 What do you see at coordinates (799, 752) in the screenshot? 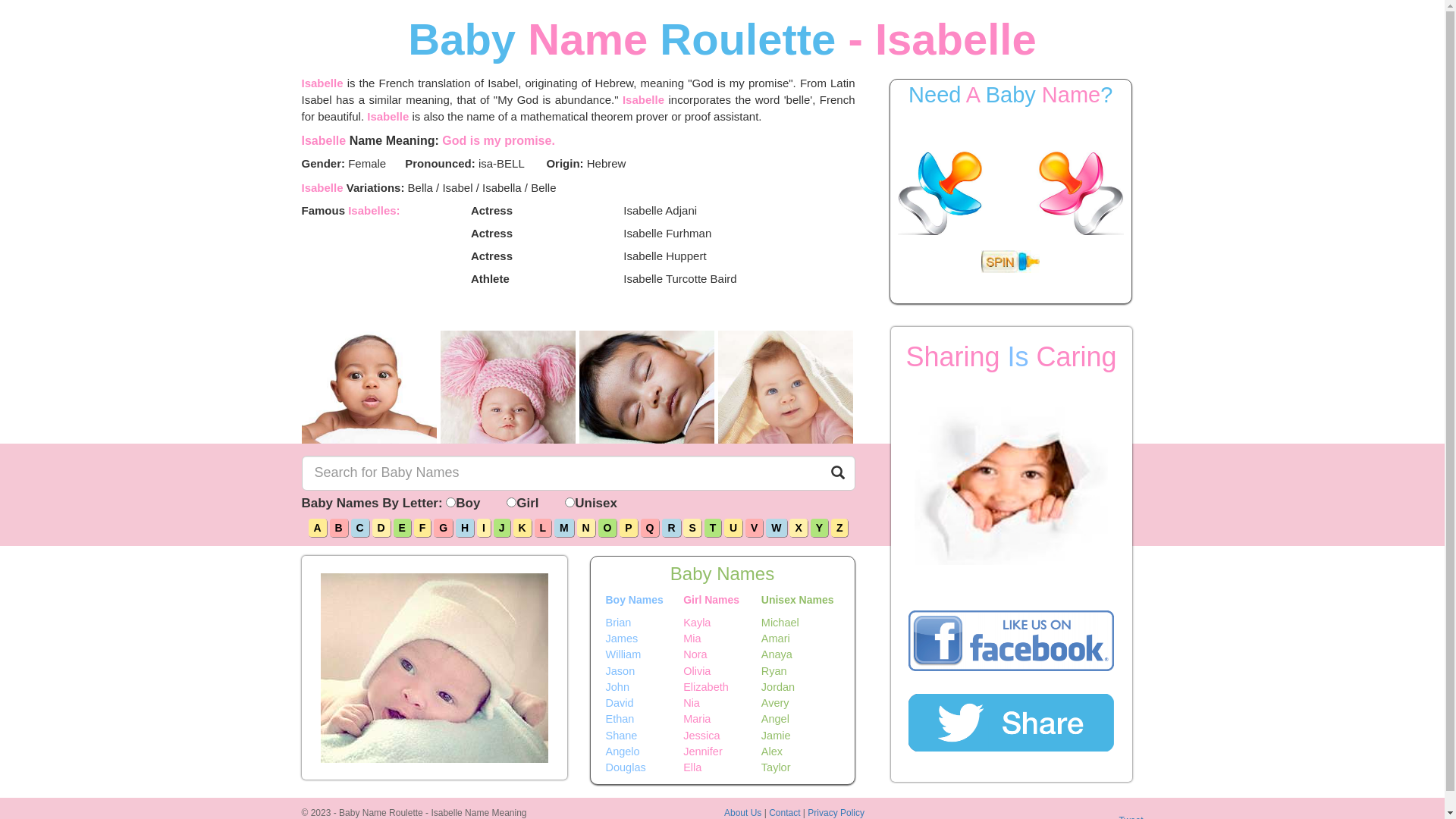
I see `'Alex'` at bounding box center [799, 752].